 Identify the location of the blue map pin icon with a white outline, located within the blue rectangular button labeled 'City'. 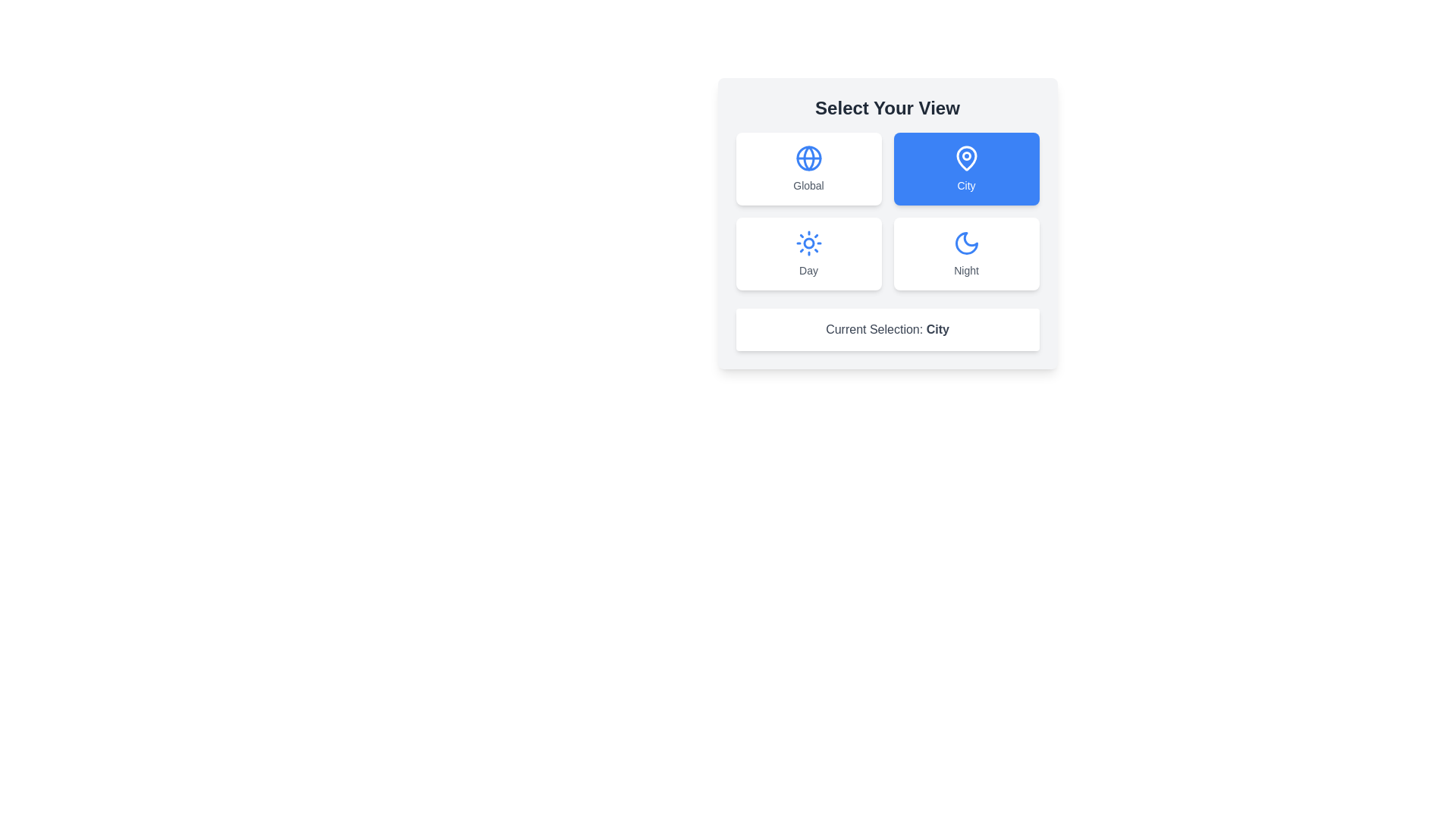
(965, 158).